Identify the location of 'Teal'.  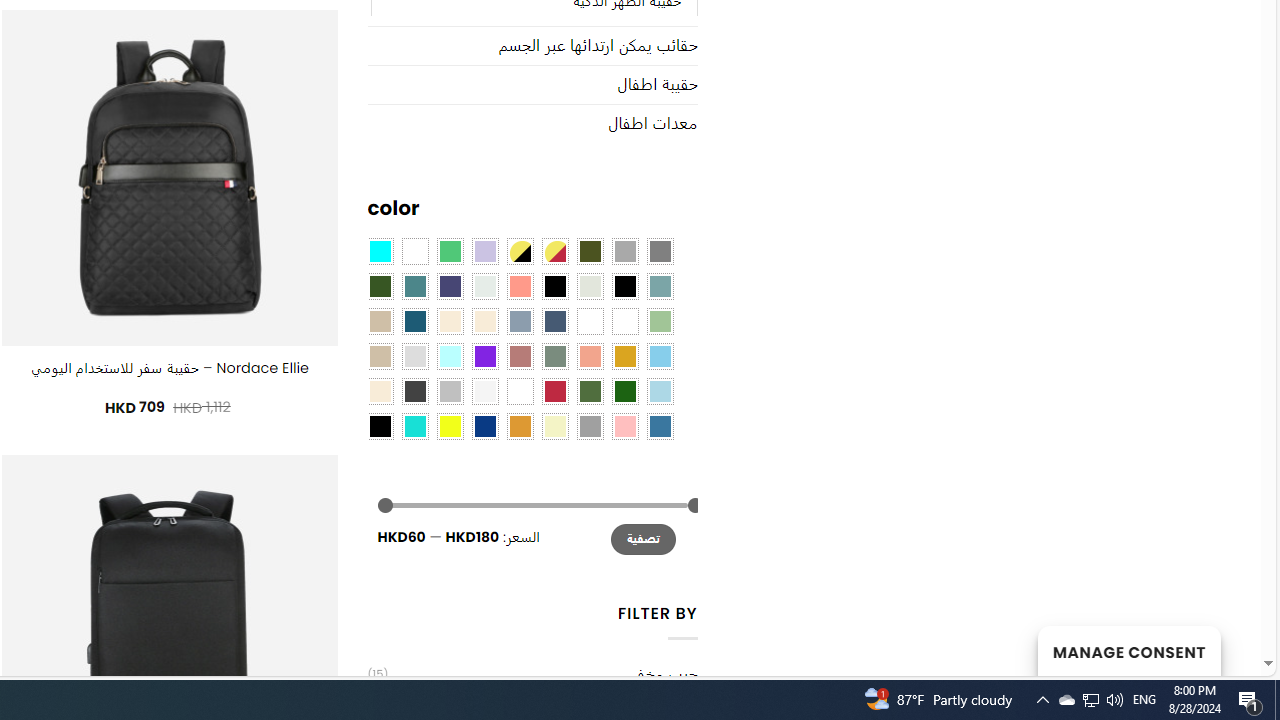
(413, 285).